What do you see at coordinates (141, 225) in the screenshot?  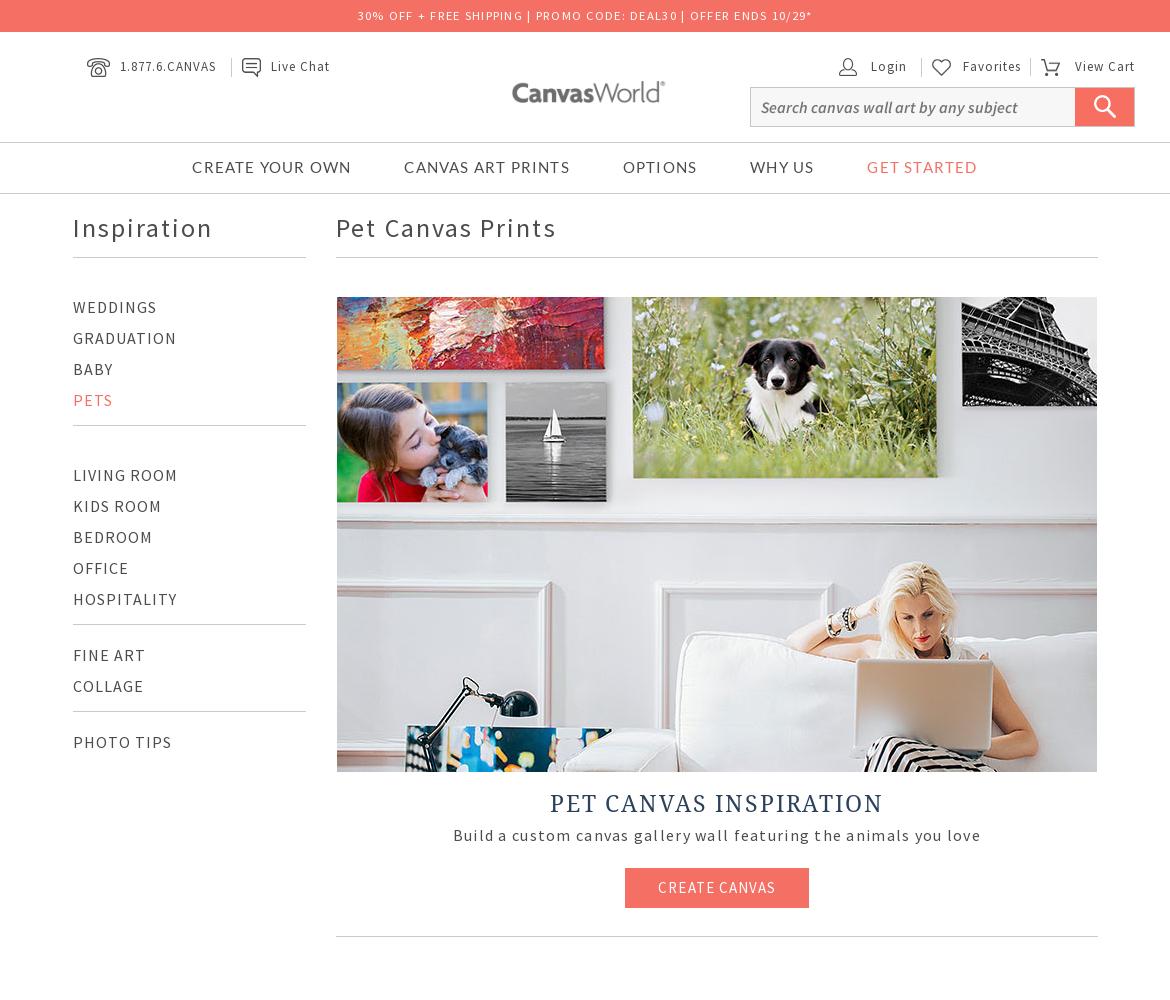 I see `'Inspiration'` at bounding box center [141, 225].